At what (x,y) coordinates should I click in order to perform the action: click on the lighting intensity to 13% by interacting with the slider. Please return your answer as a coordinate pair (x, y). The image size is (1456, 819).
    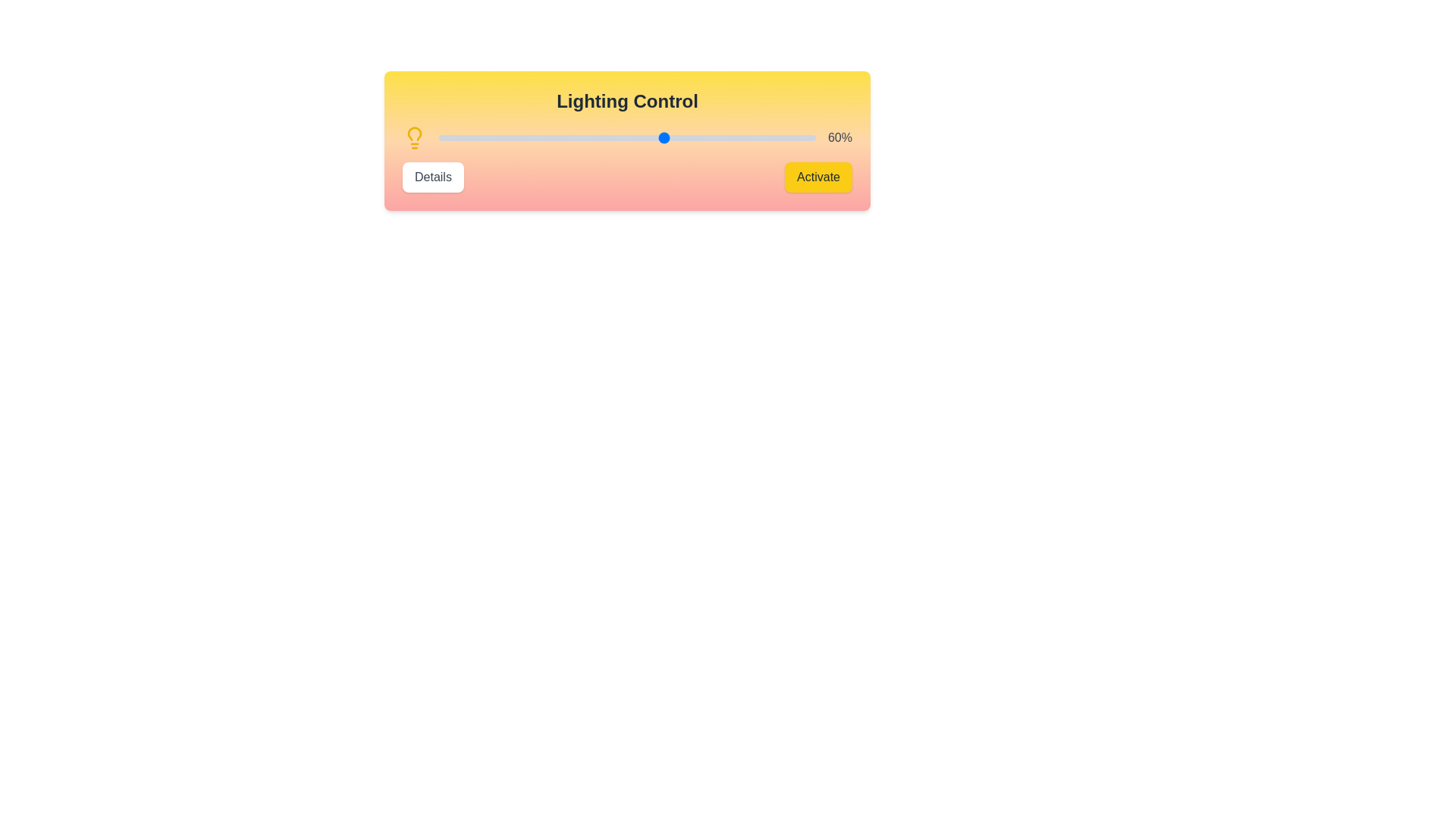
    Looking at the image, I should click on (488, 137).